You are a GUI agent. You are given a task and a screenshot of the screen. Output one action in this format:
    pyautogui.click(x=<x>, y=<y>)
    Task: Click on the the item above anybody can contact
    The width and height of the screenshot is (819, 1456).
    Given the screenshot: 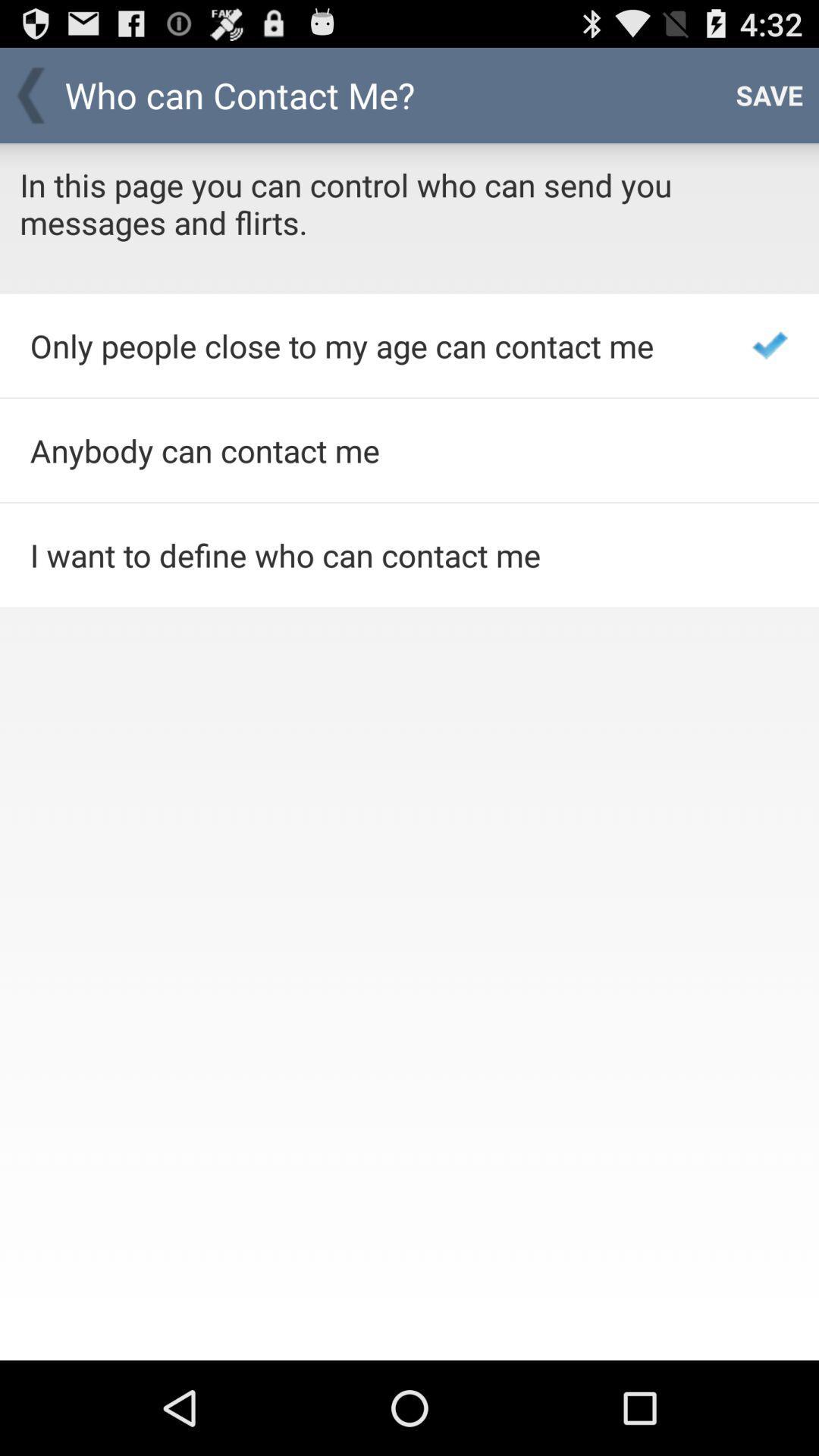 What is the action you would take?
    pyautogui.click(x=371, y=345)
    